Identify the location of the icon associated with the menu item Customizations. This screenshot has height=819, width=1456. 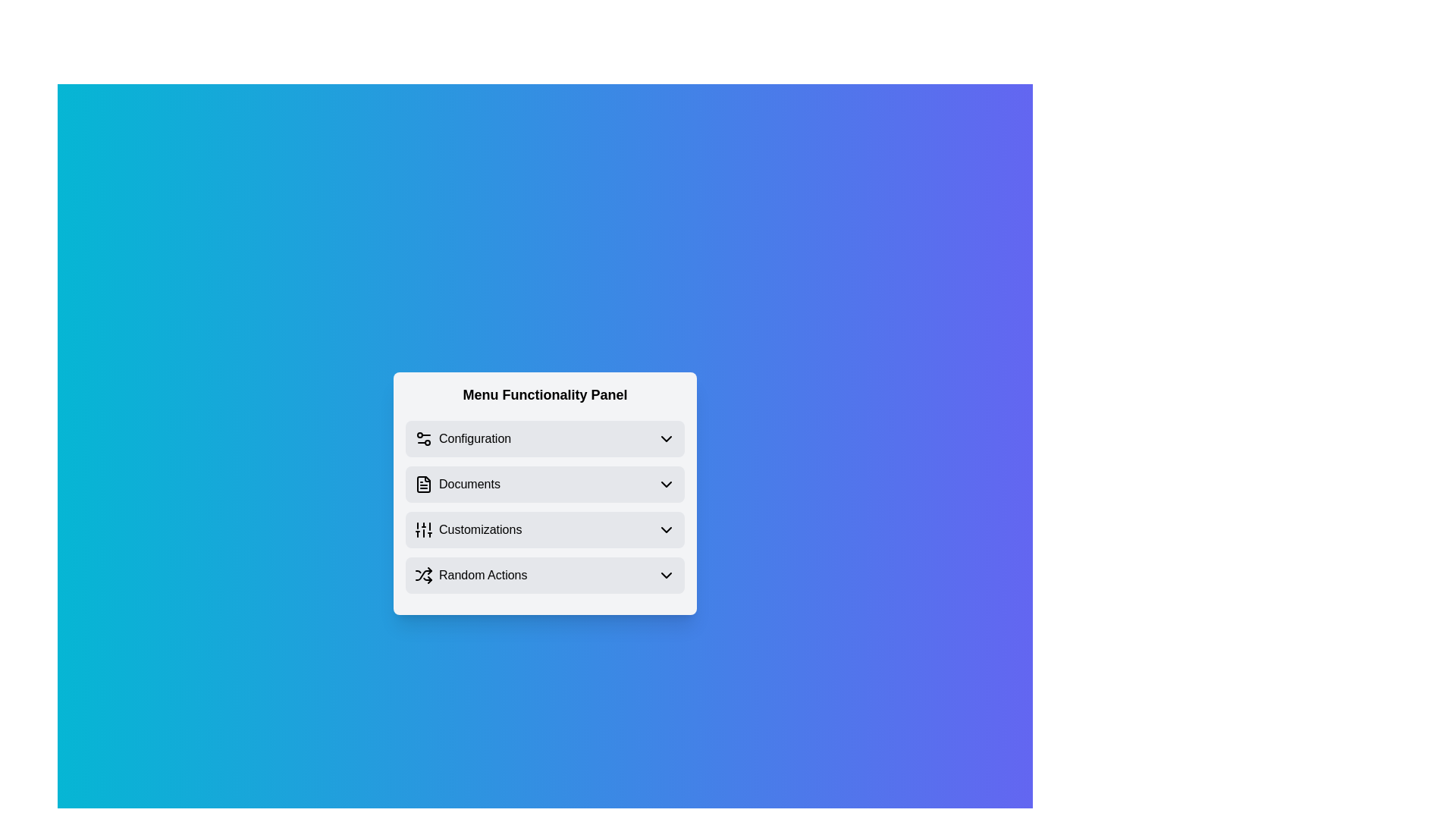
(423, 529).